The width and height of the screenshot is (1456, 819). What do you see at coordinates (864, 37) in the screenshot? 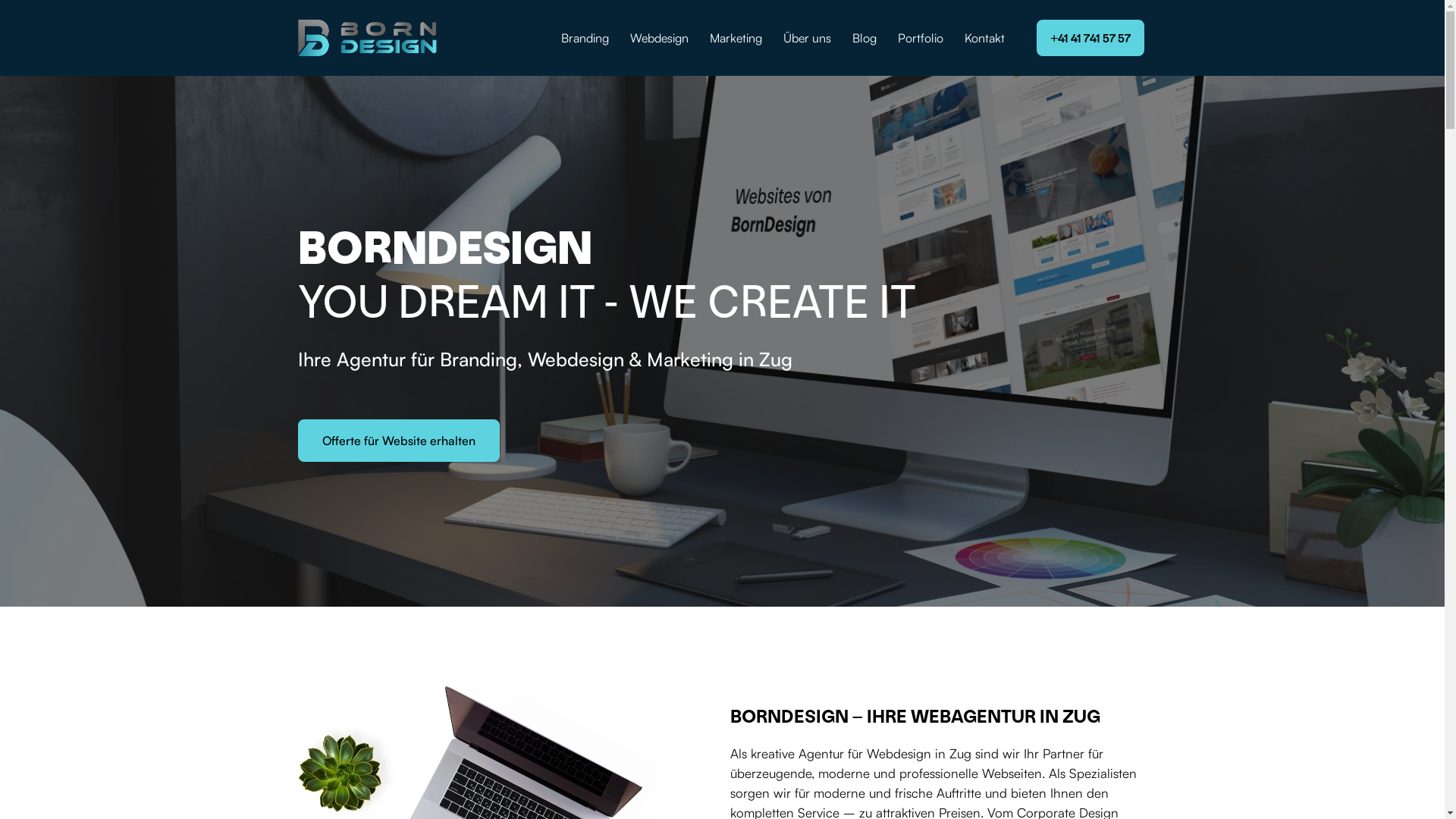
I see `'Blog'` at bounding box center [864, 37].